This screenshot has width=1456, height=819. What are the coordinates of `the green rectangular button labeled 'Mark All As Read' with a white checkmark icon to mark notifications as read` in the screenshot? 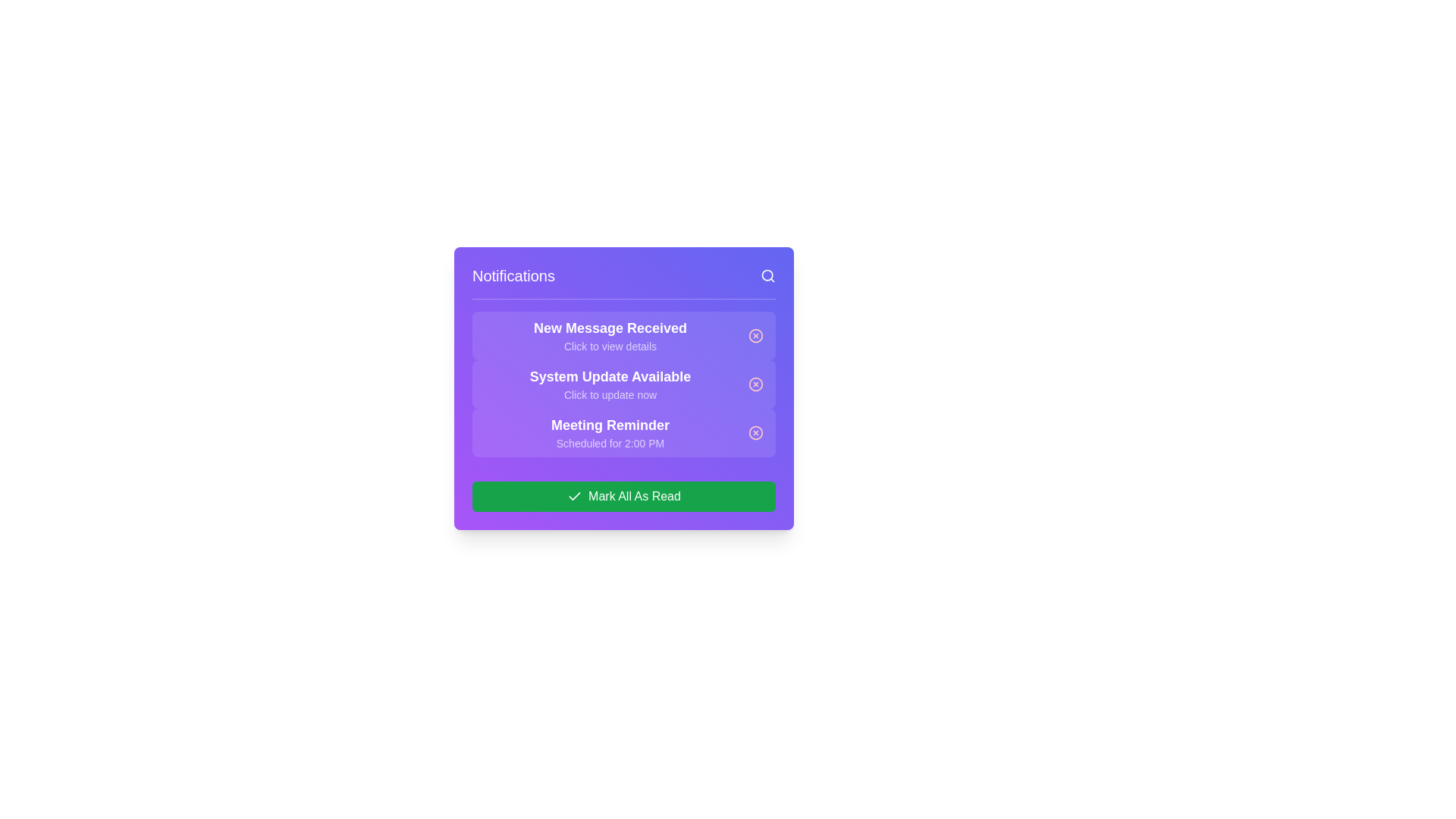 It's located at (623, 497).